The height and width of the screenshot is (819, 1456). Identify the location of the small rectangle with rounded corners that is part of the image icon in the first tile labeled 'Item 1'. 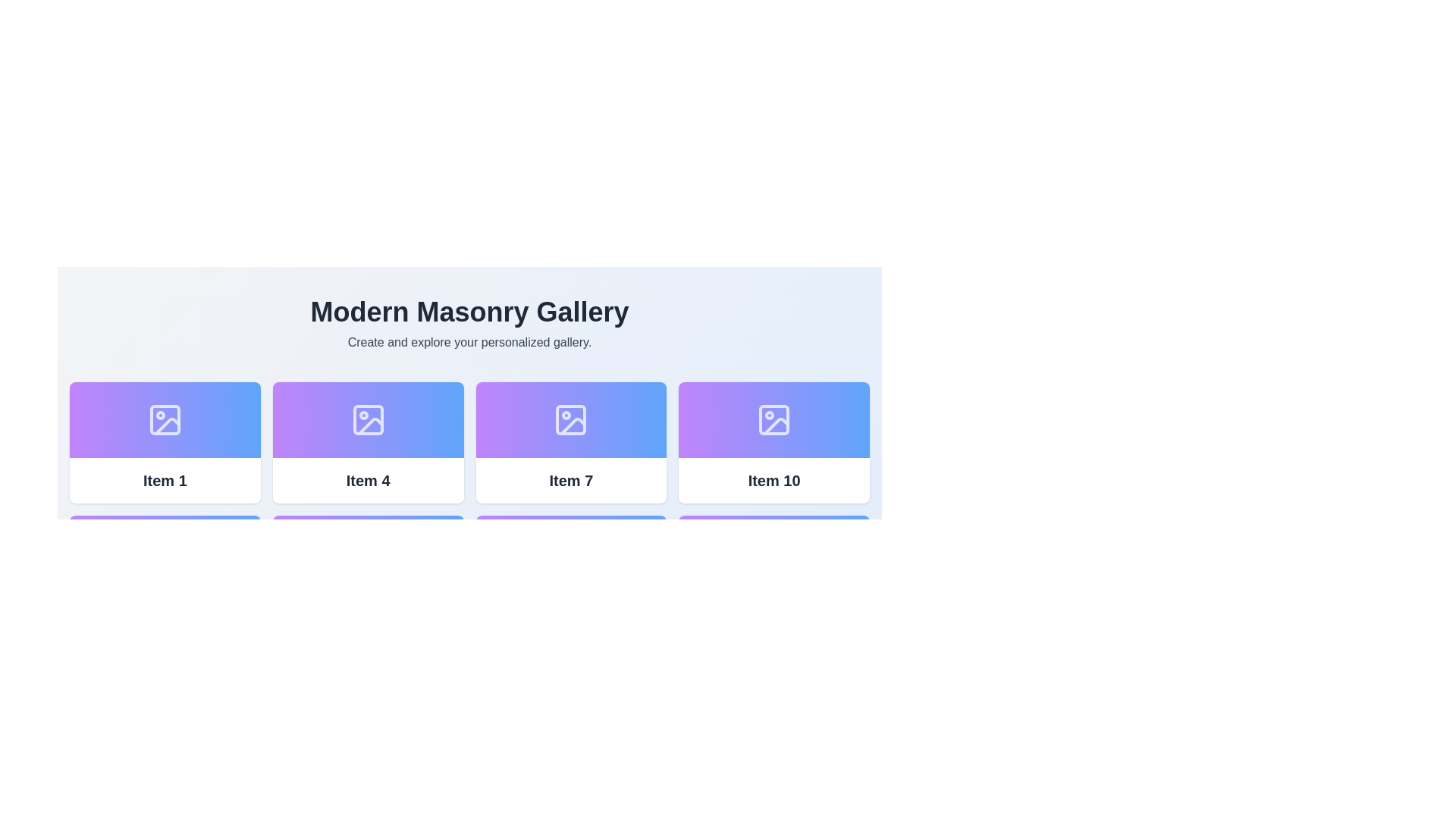
(165, 420).